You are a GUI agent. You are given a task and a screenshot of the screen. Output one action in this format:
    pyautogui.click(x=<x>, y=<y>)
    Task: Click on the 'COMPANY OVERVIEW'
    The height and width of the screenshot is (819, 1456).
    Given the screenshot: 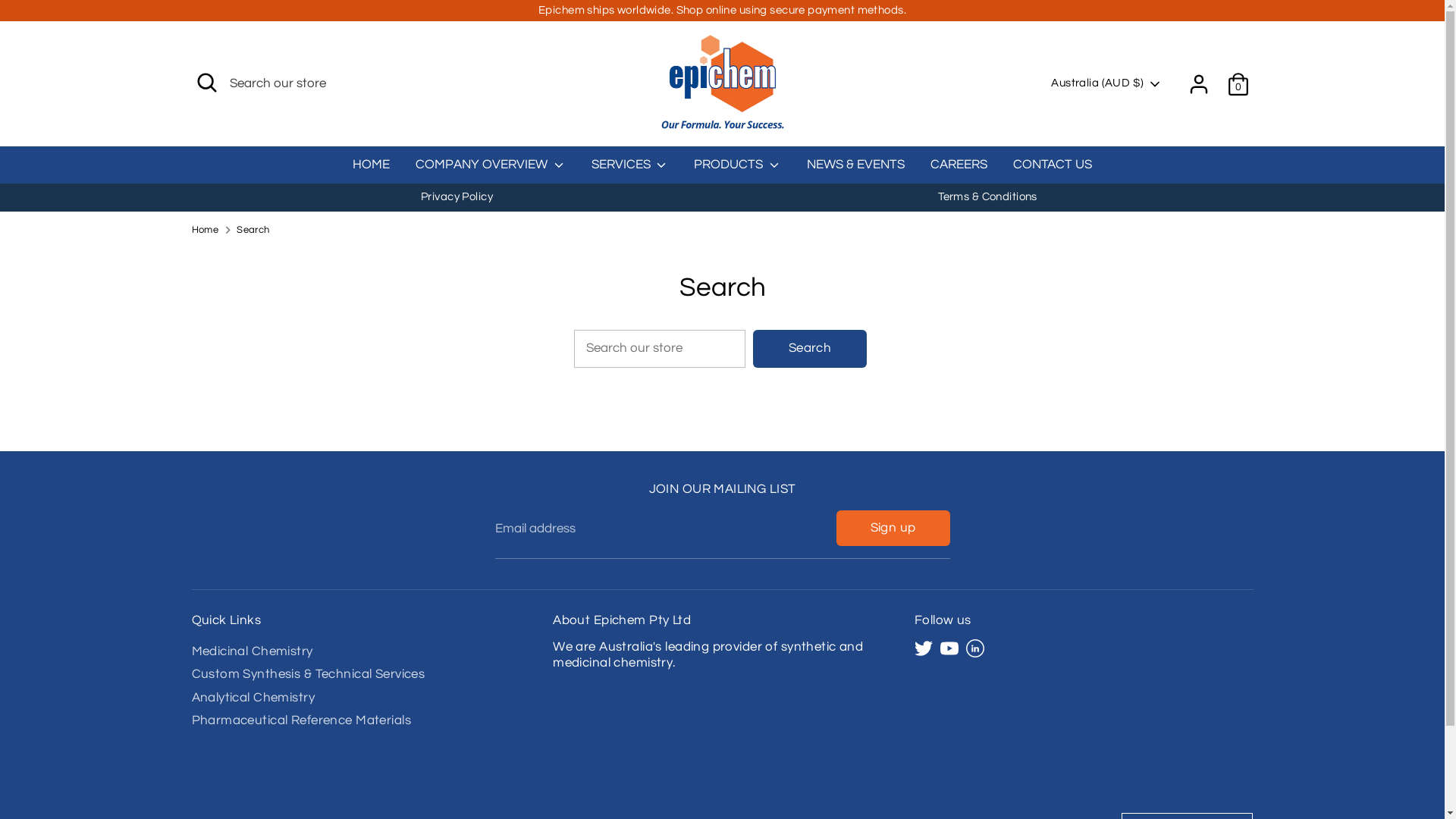 What is the action you would take?
    pyautogui.click(x=403, y=169)
    